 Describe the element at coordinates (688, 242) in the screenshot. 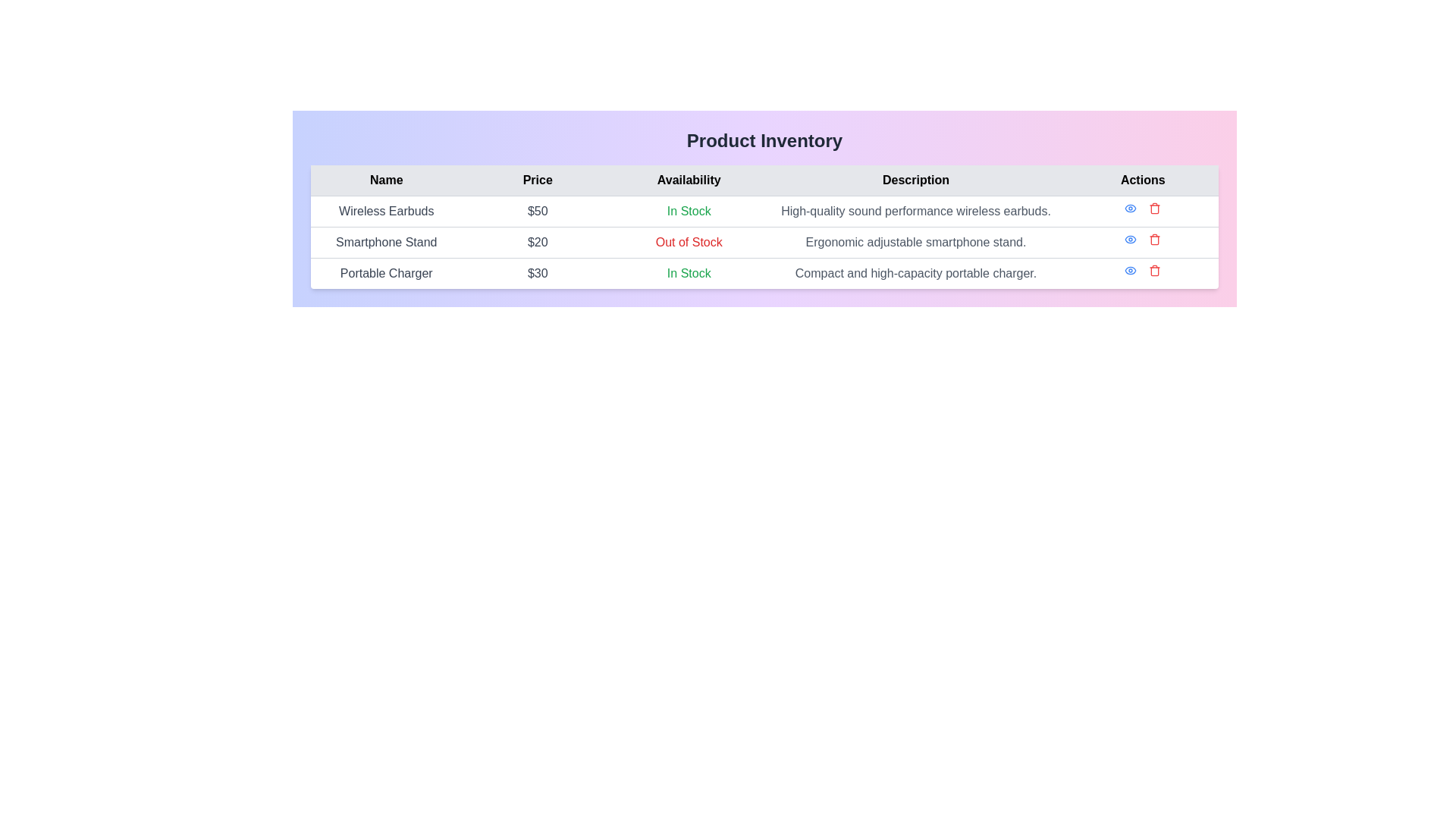

I see `the 'Out of Stock' text label in red, indicating unavailability of the Smartphone Stand in the product inventory table` at that location.